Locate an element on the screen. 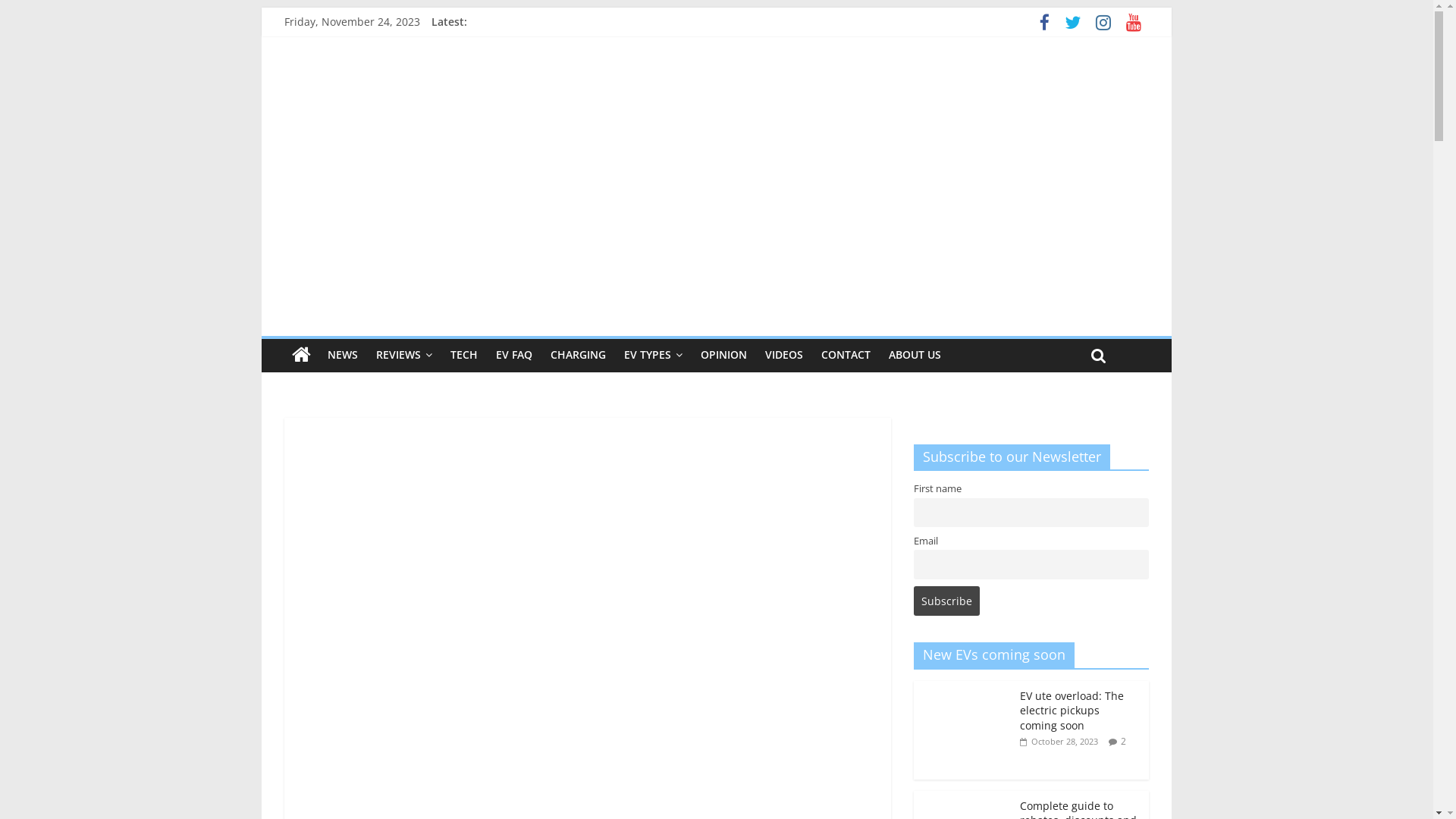  'NEWS' is located at coordinates (318, 354).